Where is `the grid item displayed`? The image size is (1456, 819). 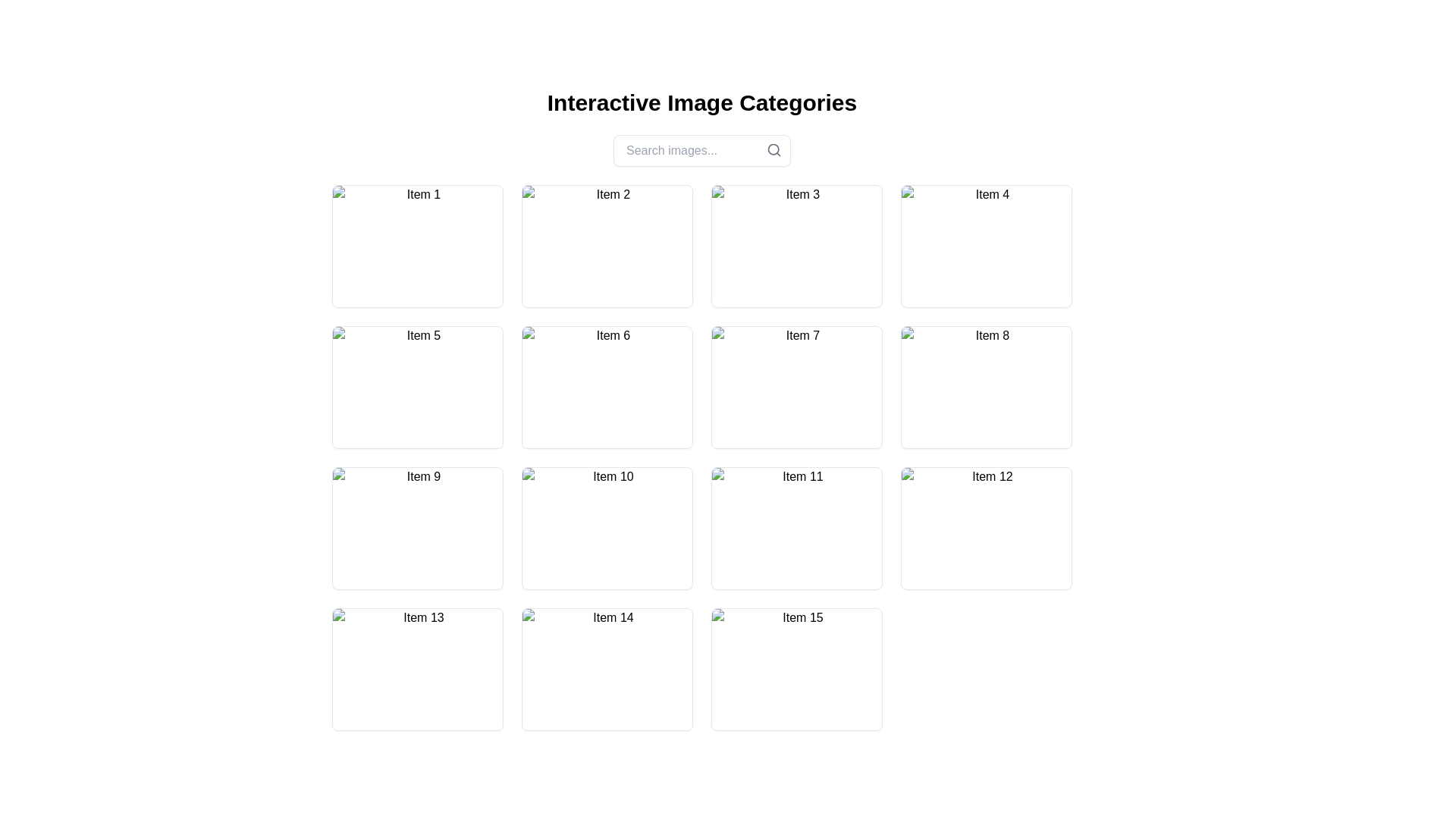 the grid item displayed is located at coordinates (418, 519).